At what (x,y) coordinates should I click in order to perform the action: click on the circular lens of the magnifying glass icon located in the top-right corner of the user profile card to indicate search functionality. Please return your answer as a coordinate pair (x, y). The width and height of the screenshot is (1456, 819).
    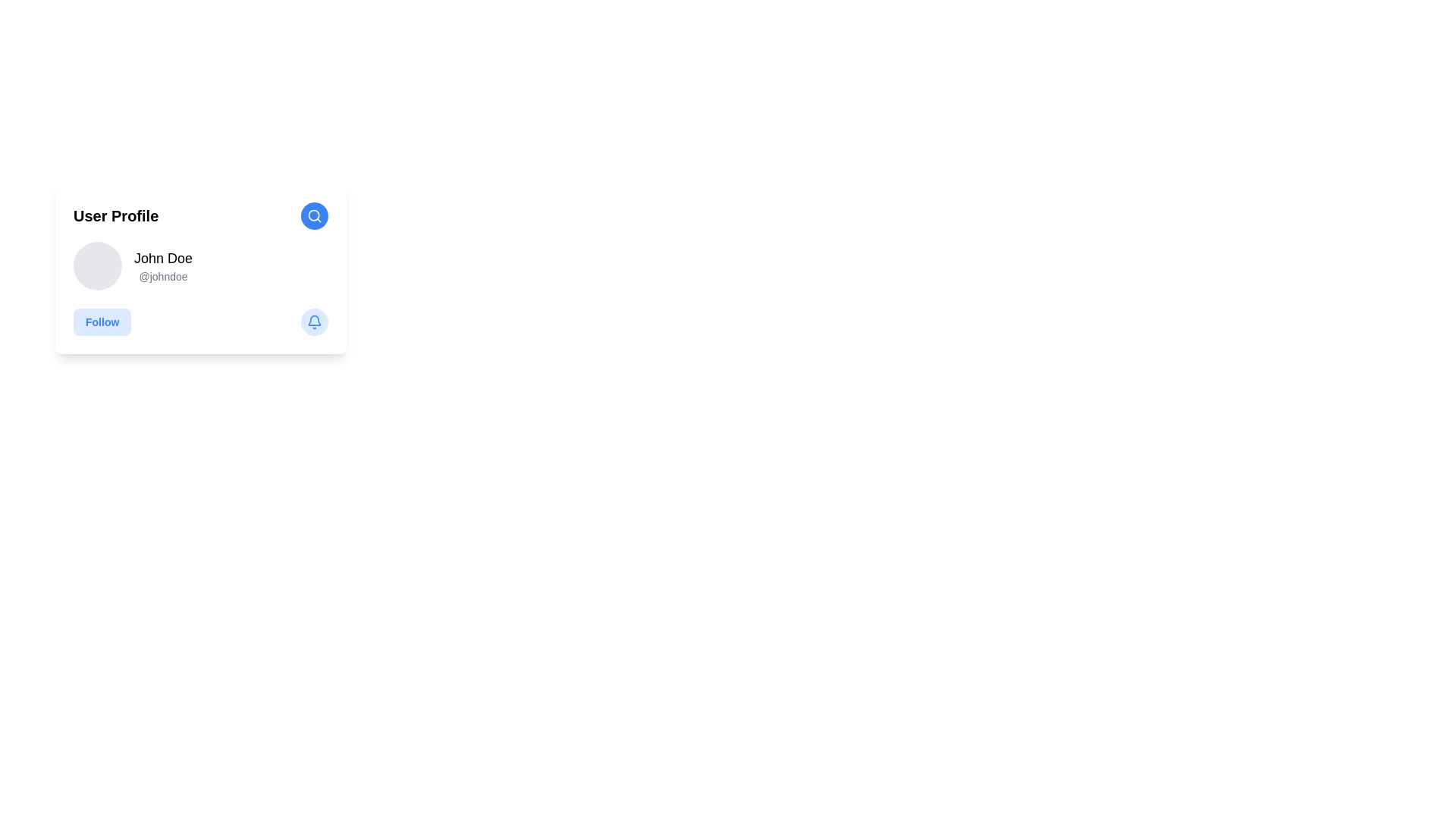
    Looking at the image, I should click on (313, 215).